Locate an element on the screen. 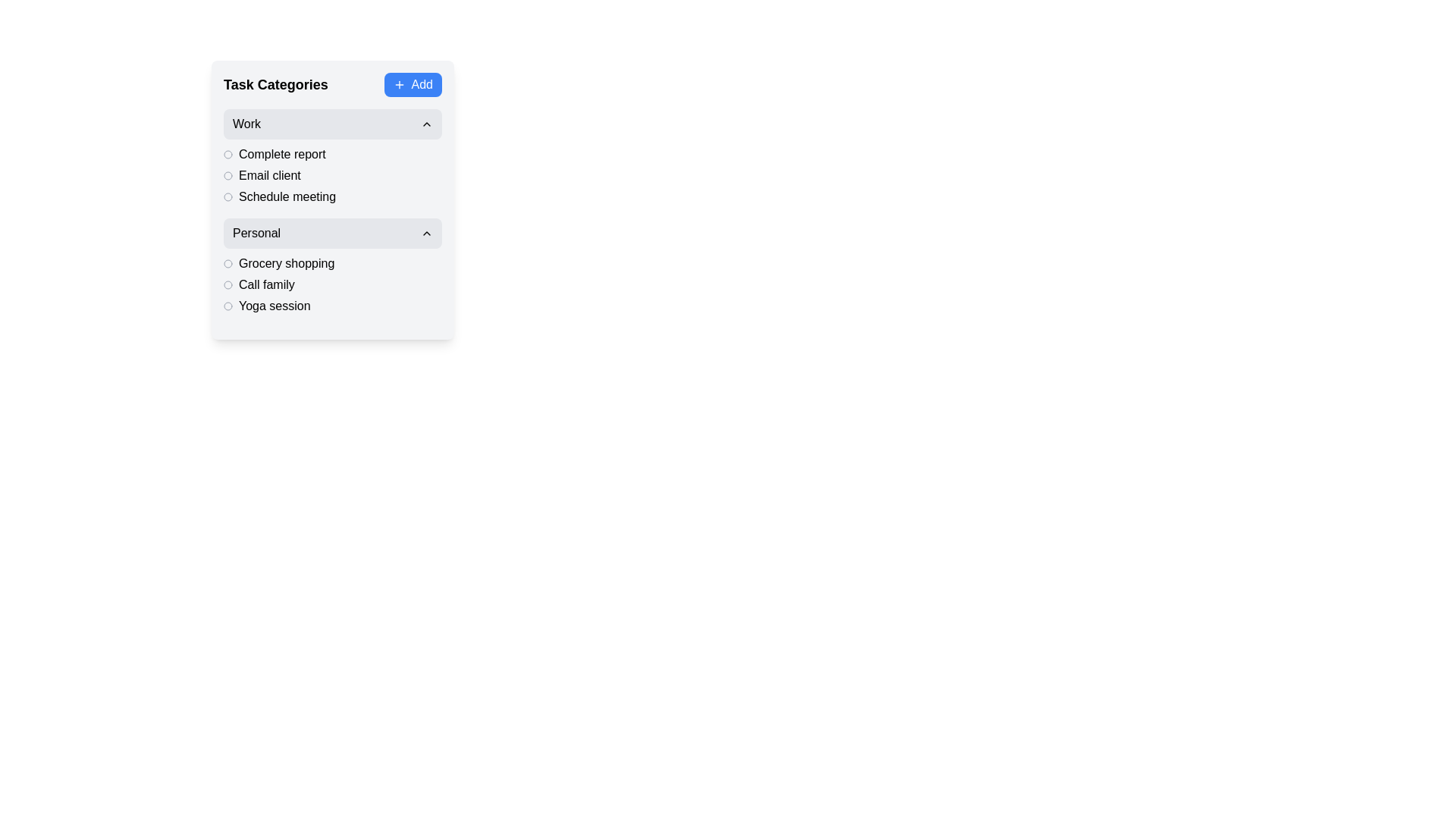 The width and height of the screenshot is (1456, 819). the circular icon styled with a thin outline, located adjacent to the text 'Yoga session' in the 'Personal' category under the 'Task Categories' interface is located at coordinates (227, 306).